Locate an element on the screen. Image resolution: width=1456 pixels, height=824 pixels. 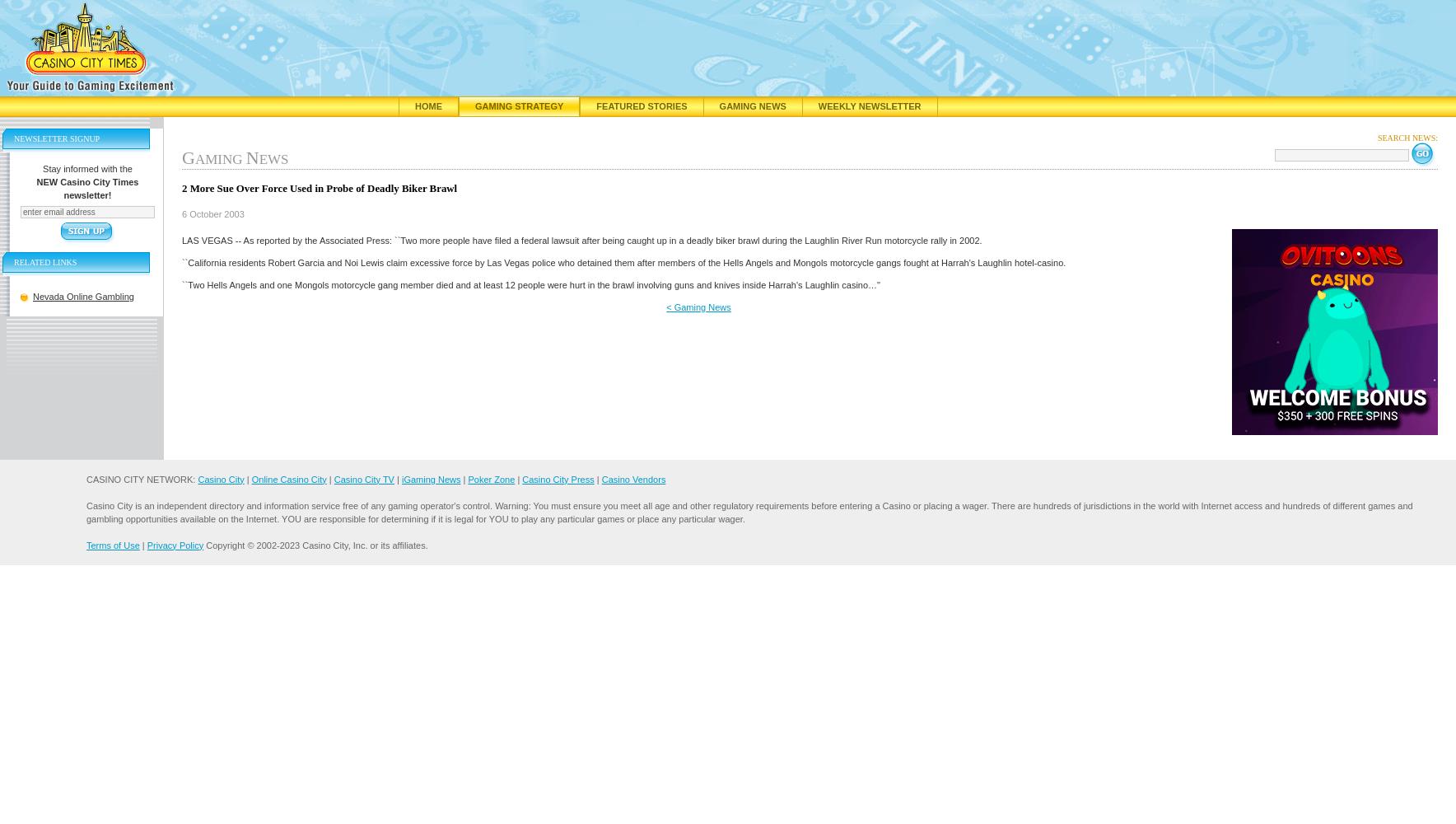
'NEW Casino City Times newsletter!' is located at coordinates (86, 188).